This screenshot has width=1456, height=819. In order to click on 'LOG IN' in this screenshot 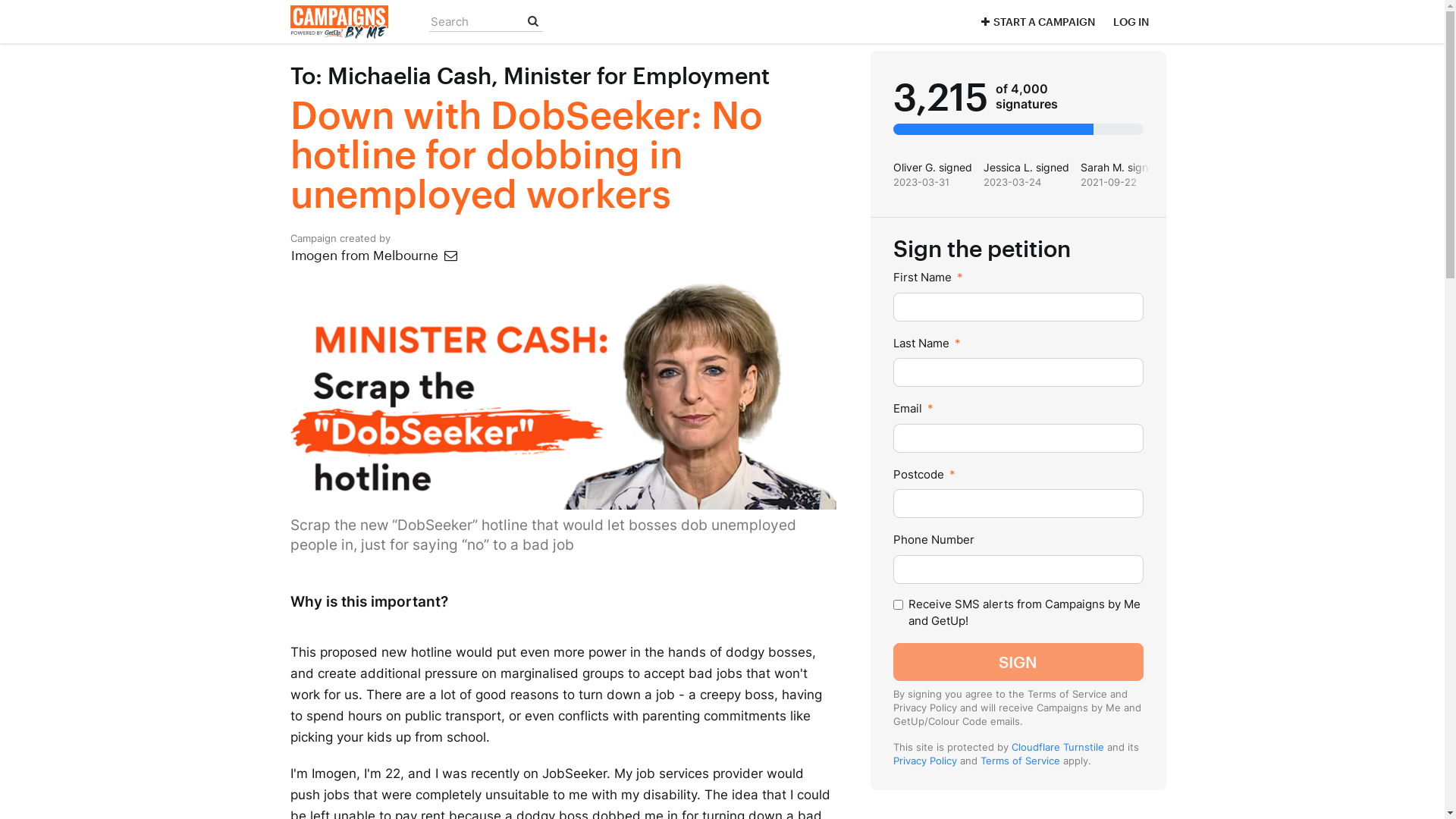, I will do `click(1131, 21)`.